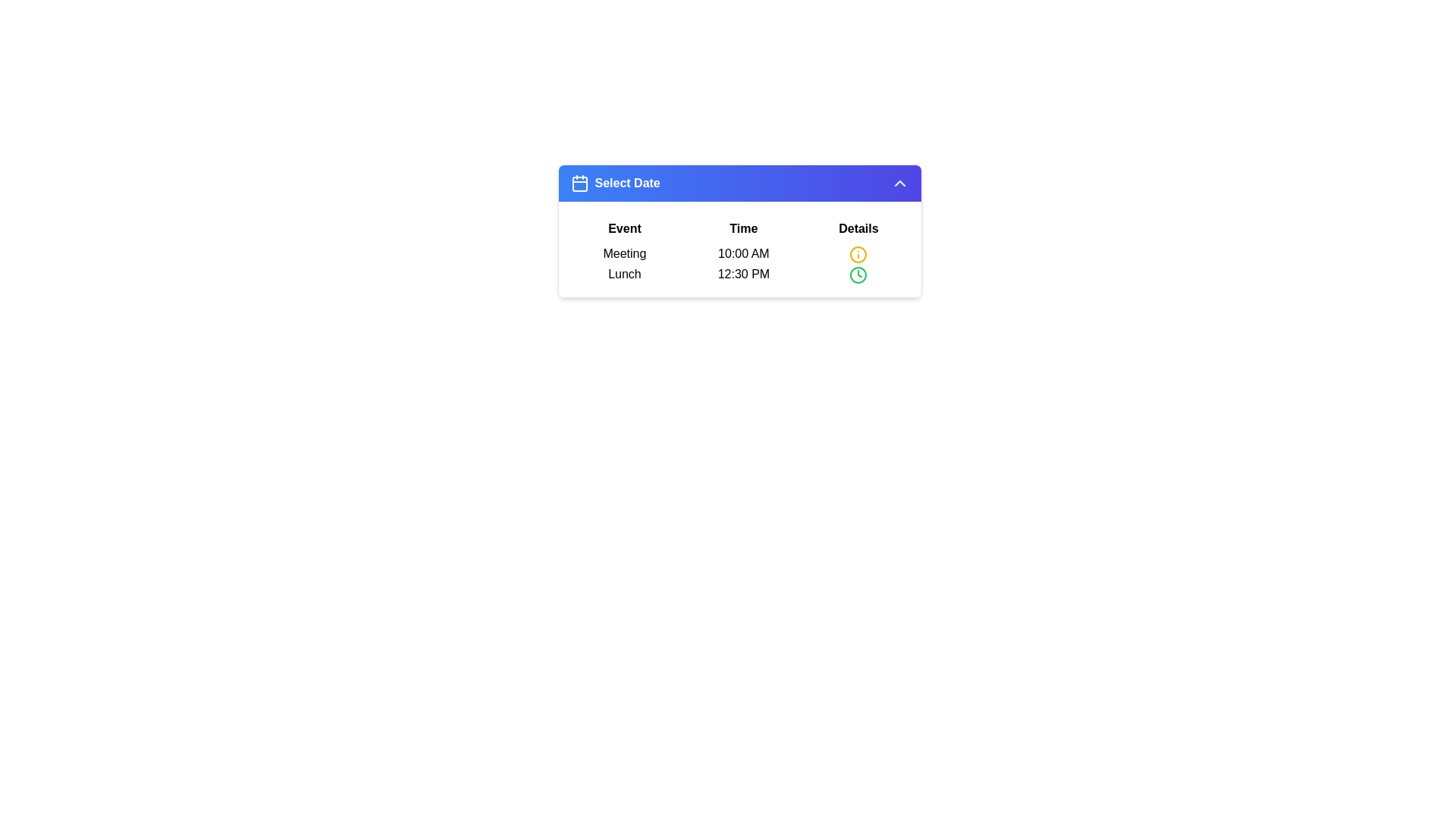 Image resolution: width=1456 pixels, height=819 pixels. I want to click on text content of the List Item conveying information about the event labeled 'Meeting' scheduled at 10:00 AM, located in the first row of the event table, so click(739, 253).